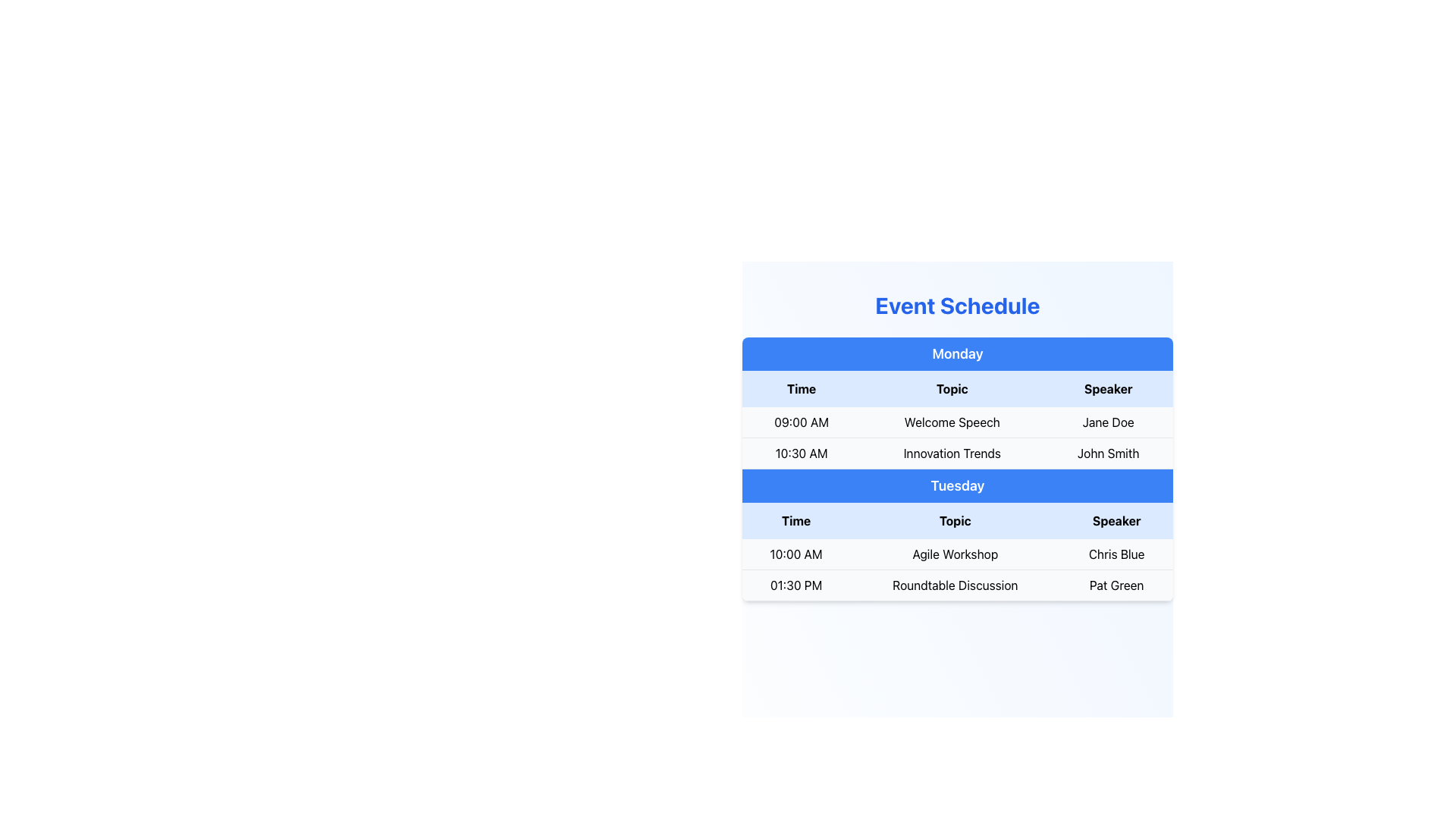 Image resolution: width=1456 pixels, height=819 pixels. Describe the element at coordinates (1116, 554) in the screenshot. I see `text of the Text Label representing the speaker's name in the 'Speaker' column of the Tuesday row for 'Agile Workshop'` at that location.